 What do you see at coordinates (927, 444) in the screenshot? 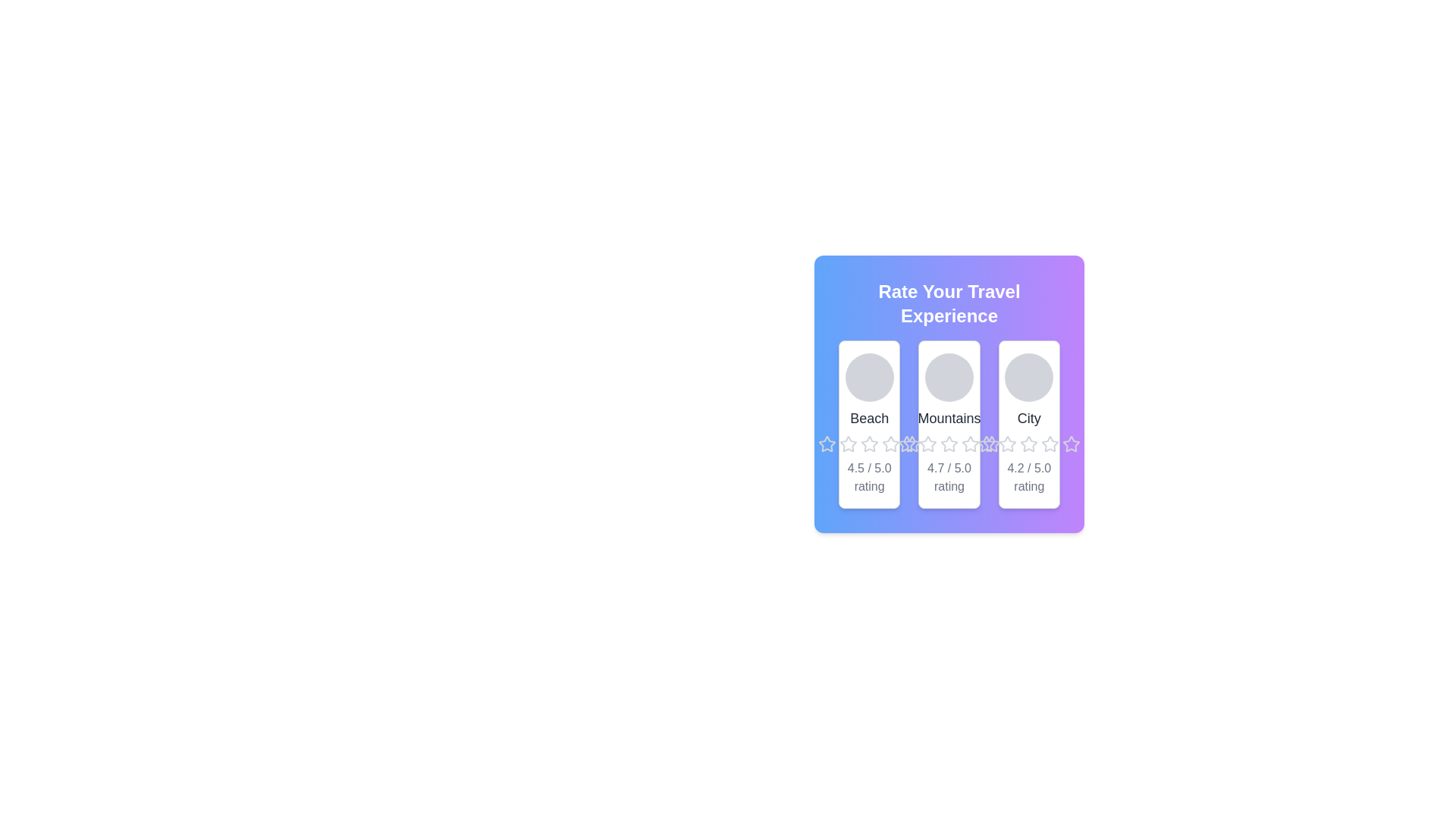
I see `the third star in the rating section of the card labeled 'Mountains'` at bounding box center [927, 444].